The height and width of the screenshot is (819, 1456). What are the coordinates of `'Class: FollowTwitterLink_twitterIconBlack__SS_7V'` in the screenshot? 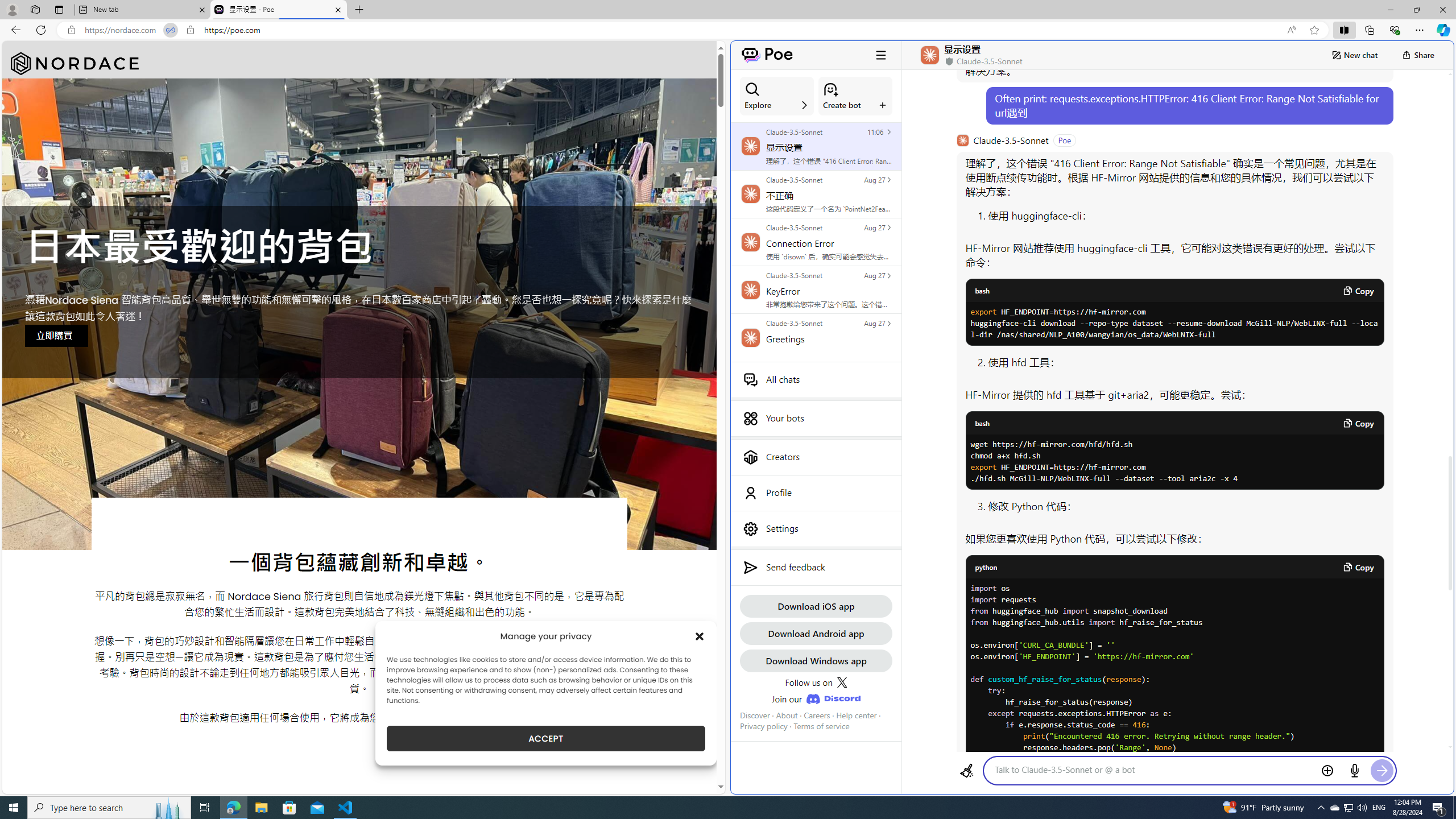 It's located at (841, 682).